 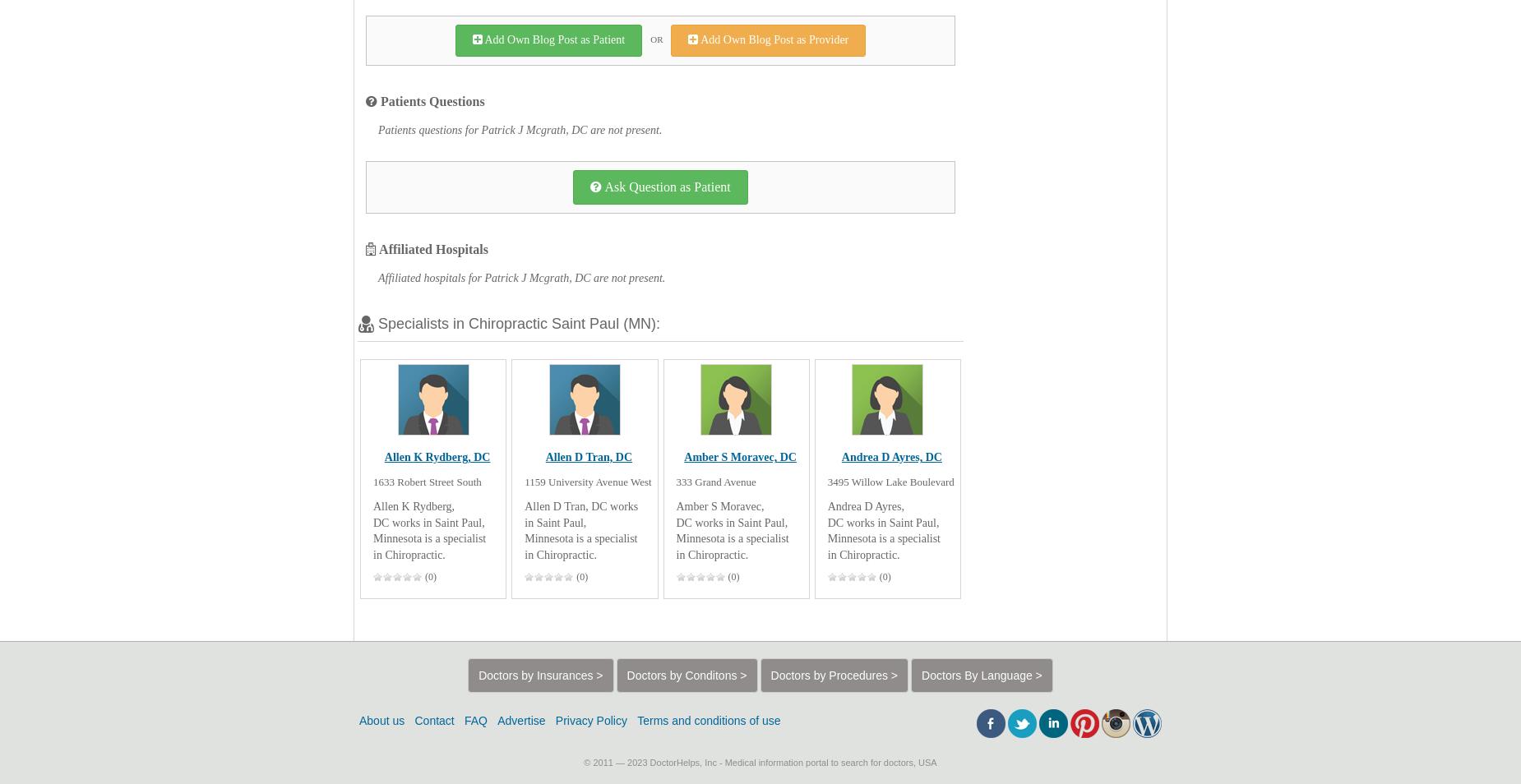 I want to click on 'Patients questions for Patrick J Mcgrath, DC are not present.', so click(x=377, y=129).